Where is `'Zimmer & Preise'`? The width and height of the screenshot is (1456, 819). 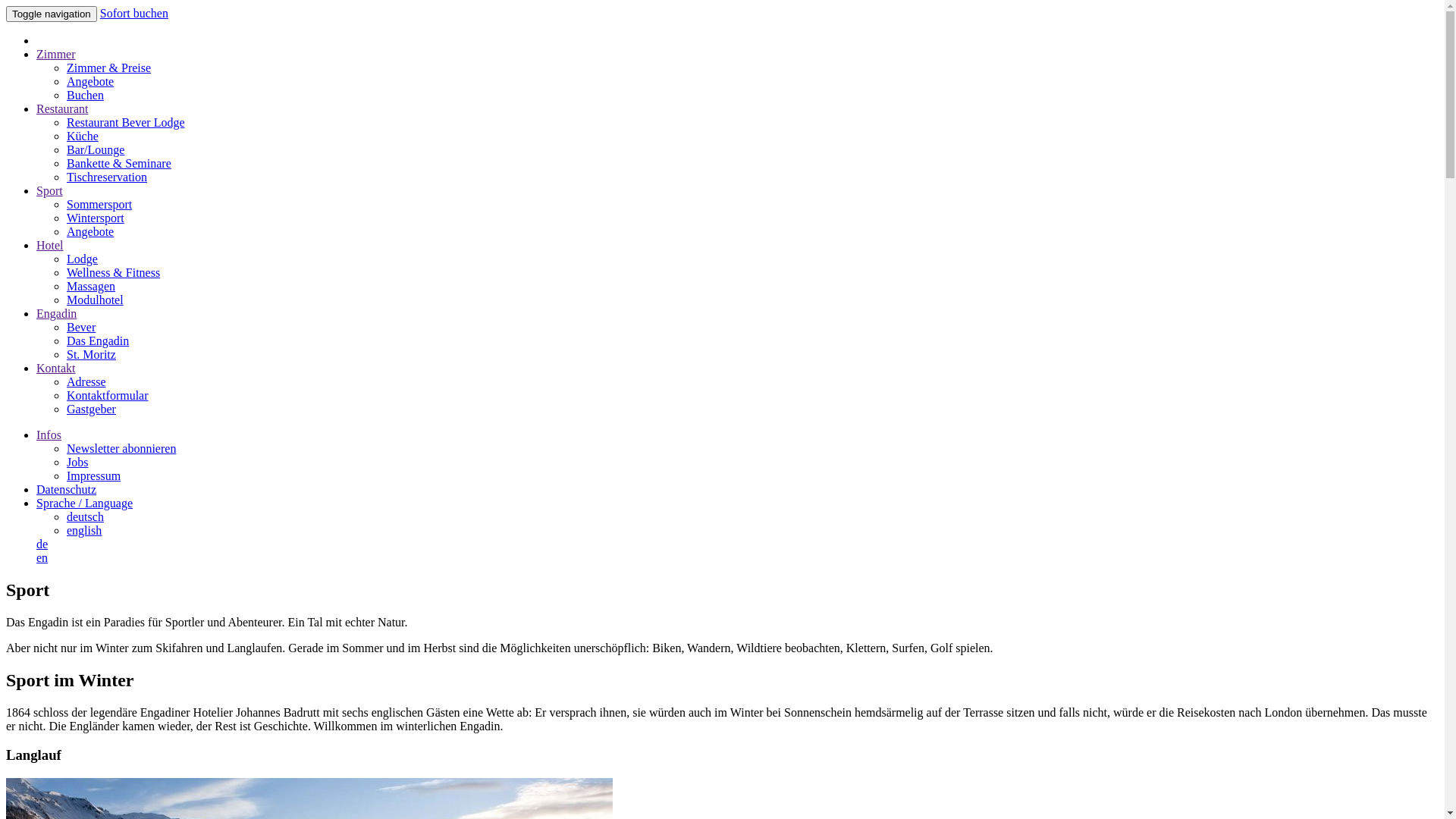 'Zimmer & Preise' is located at coordinates (108, 67).